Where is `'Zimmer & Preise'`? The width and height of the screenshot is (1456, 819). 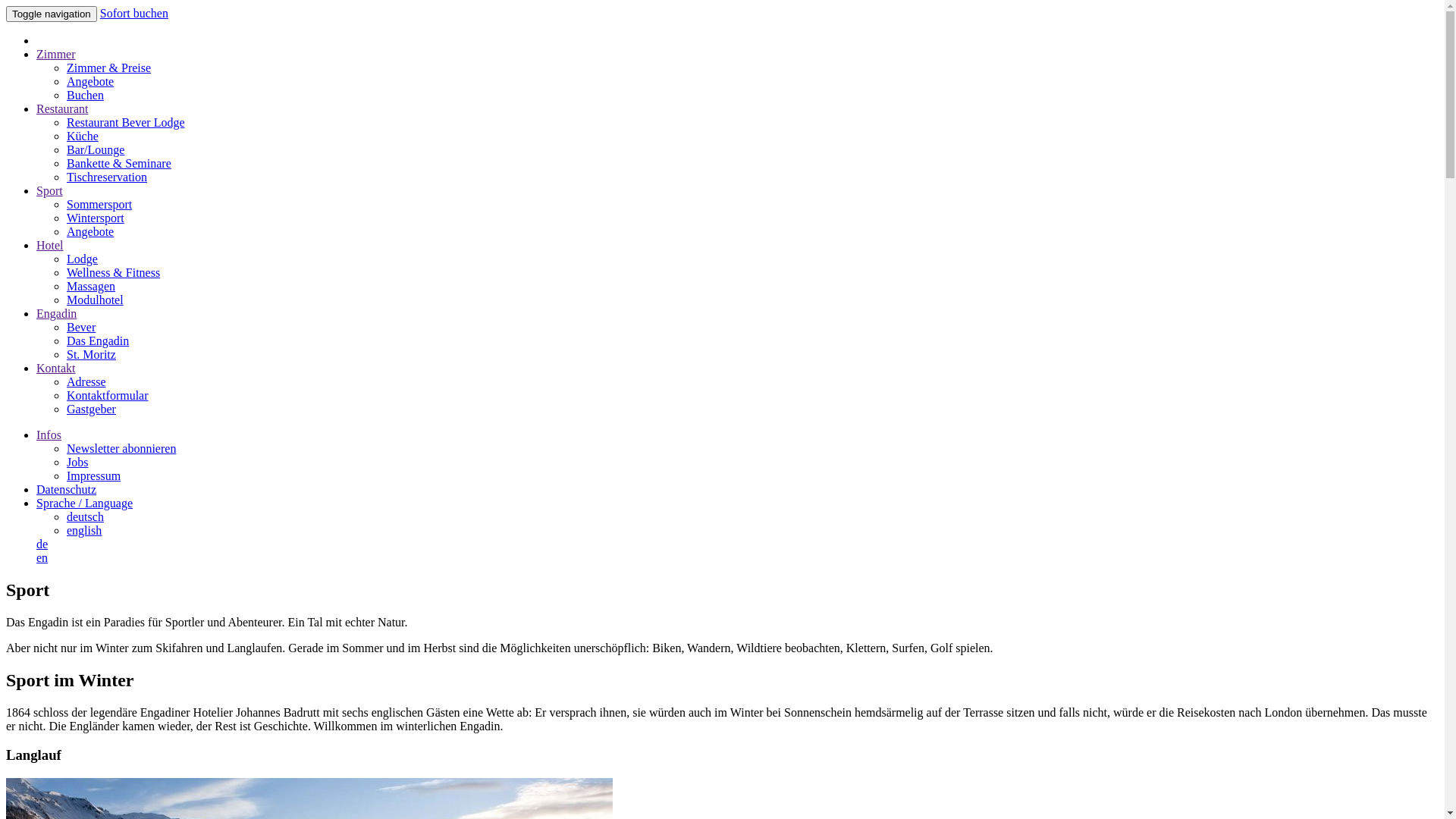 'Zimmer & Preise' is located at coordinates (108, 67).